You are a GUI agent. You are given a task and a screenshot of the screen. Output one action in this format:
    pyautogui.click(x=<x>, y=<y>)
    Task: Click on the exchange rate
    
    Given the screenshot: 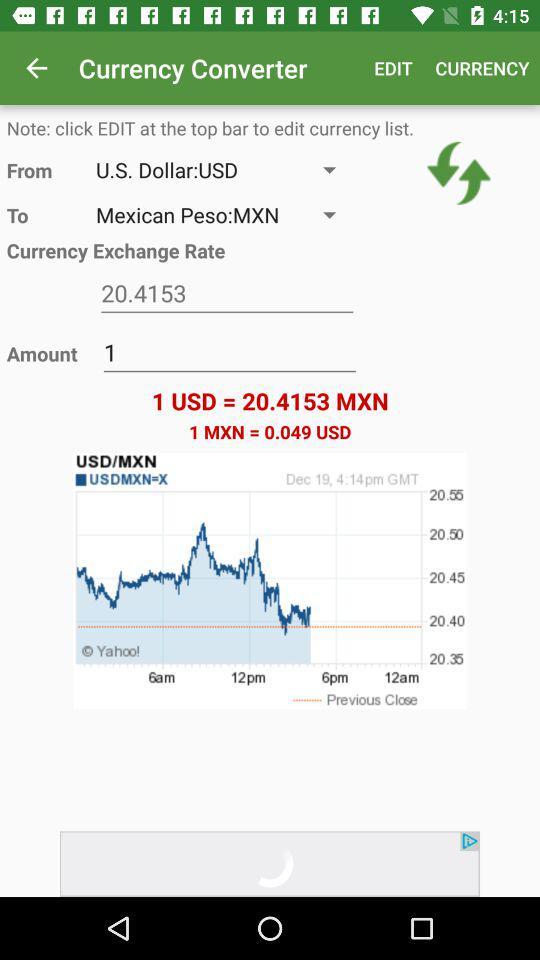 What is the action you would take?
    pyautogui.click(x=226, y=292)
    